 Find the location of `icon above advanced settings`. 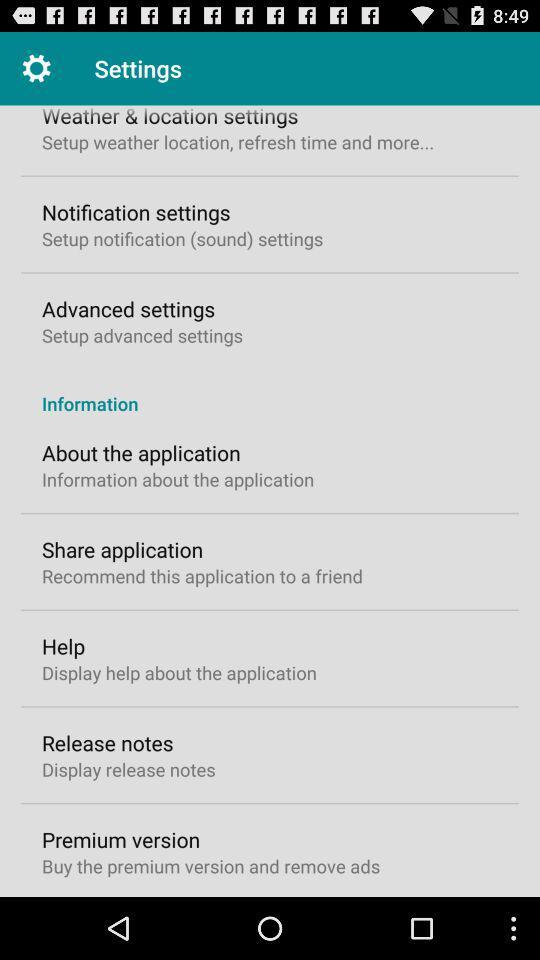

icon above advanced settings is located at coordinates (182, 238).